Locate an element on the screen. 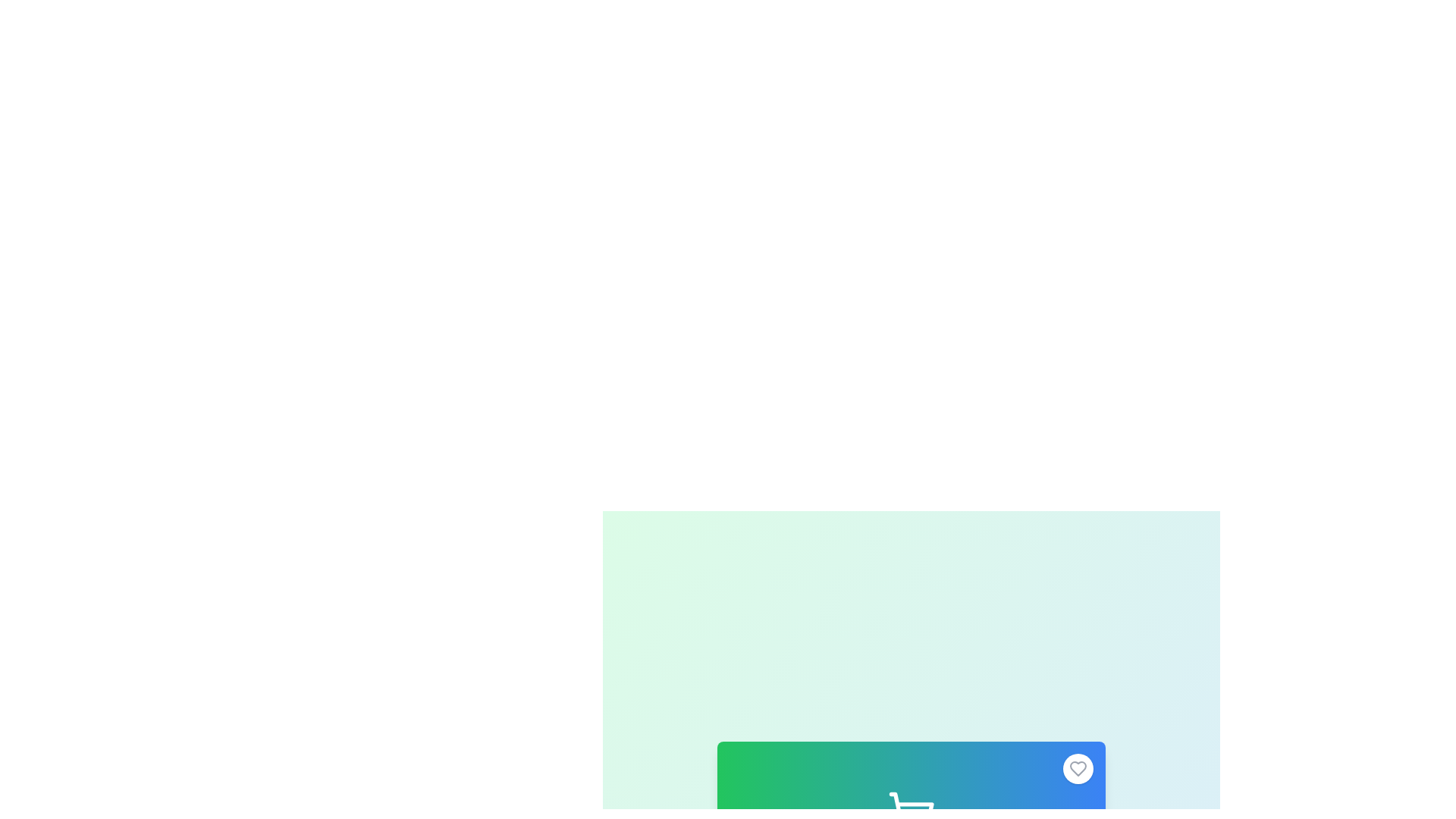 Image resolution: width=1456 pixels, height=819 pixels. the heart-shaped icon used for liking or favoriting items is located at coordinates (1077, 769).